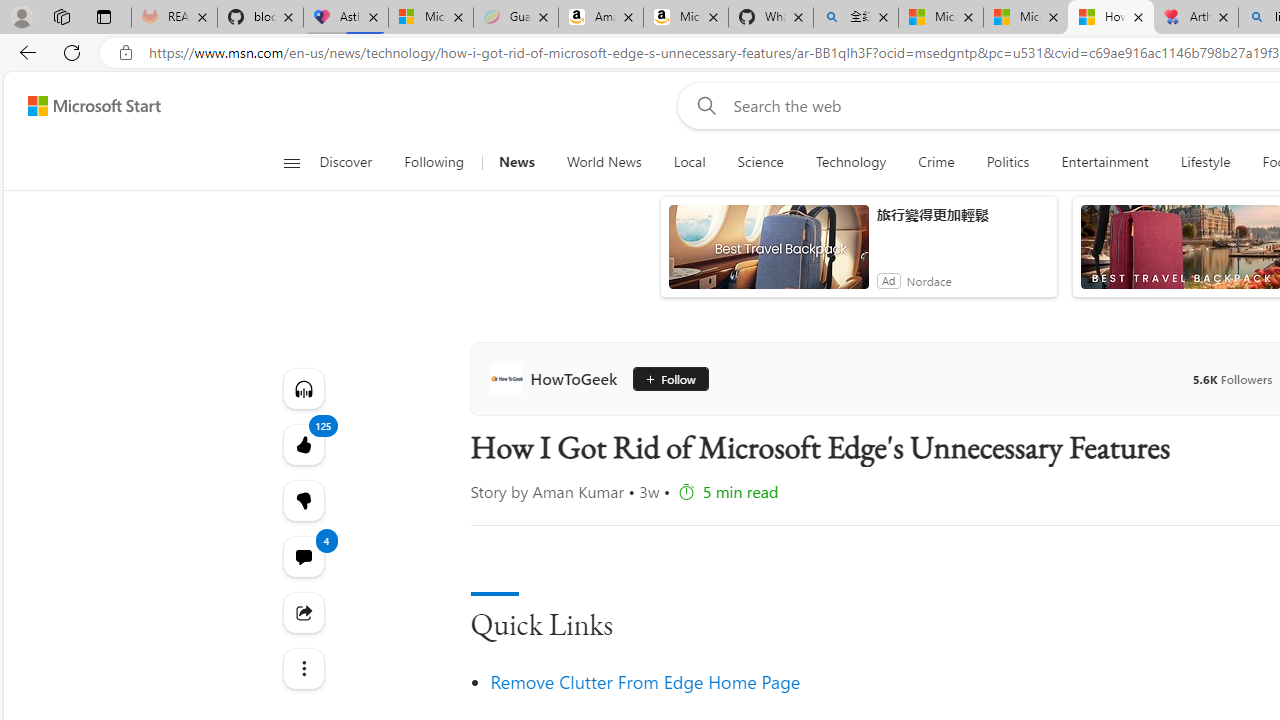  What do you see at coordinates (887, 280) in the screenshot?
I see `'Ad'` at bounding box center [887, 280].